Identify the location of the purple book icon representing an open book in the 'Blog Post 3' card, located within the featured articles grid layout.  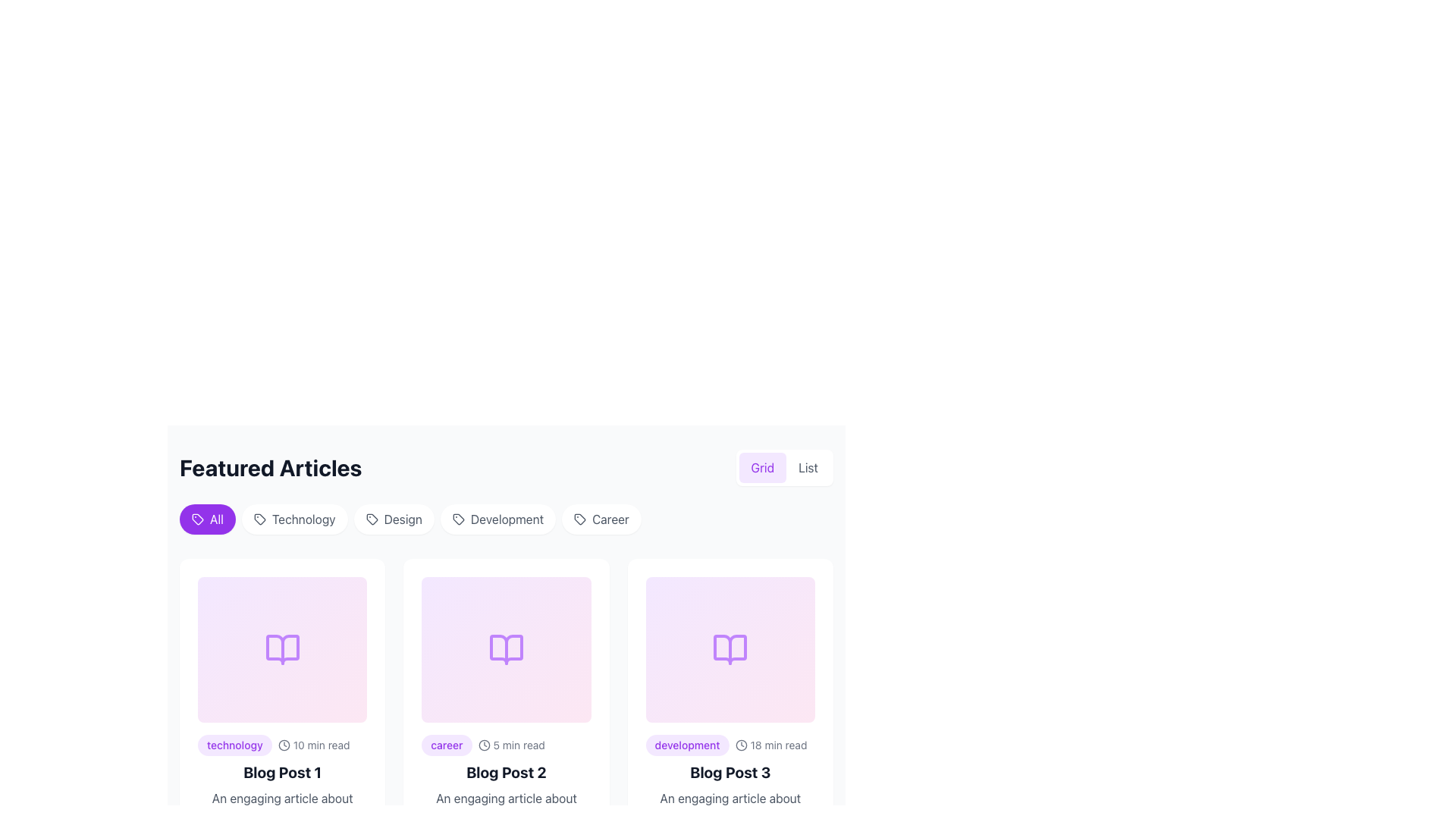
(730, 648).